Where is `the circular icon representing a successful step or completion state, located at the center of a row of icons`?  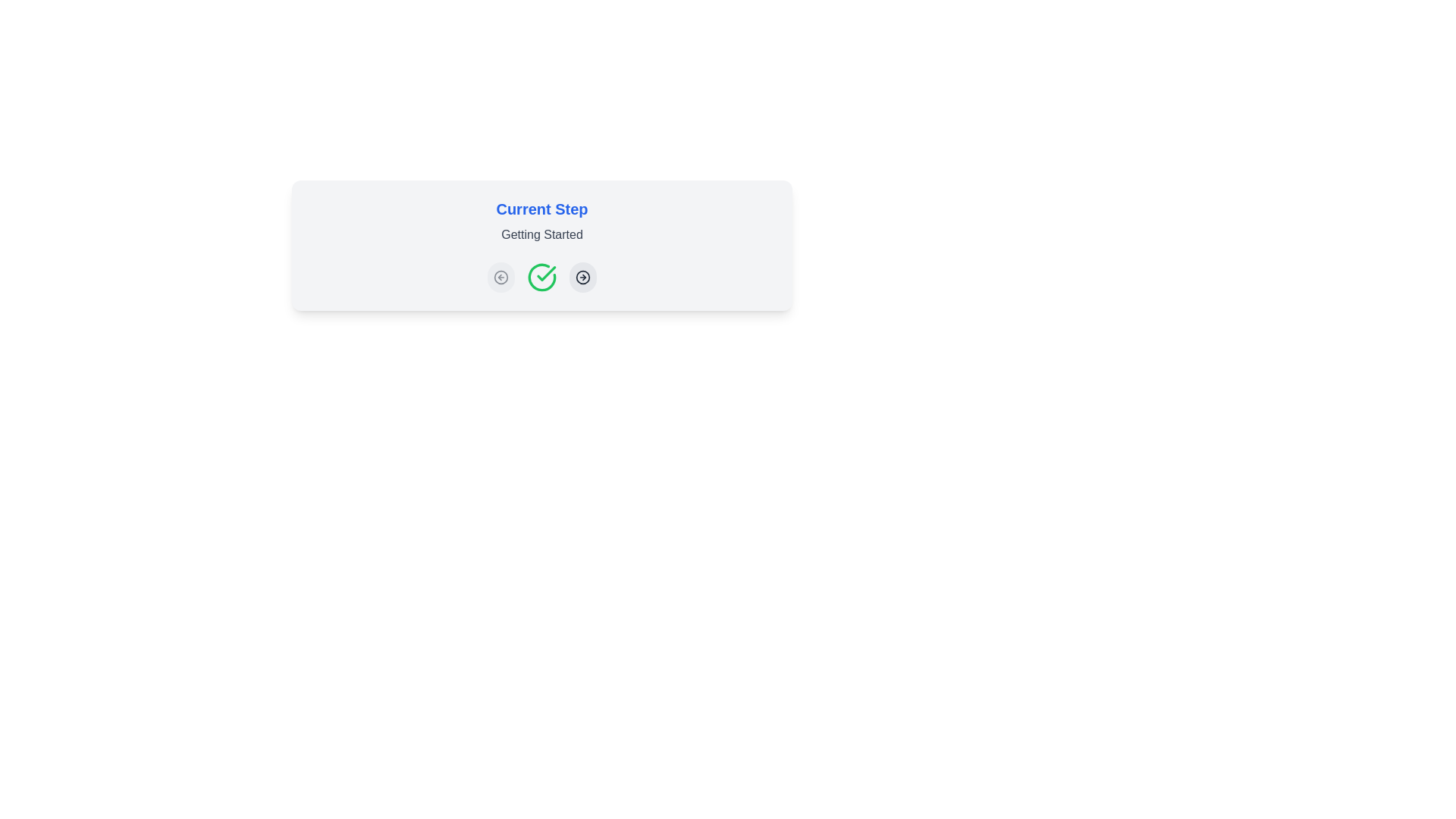 the circular icon representing a successful step or completion state, located at the center of a row of icons is located at coordinates (542, 278).